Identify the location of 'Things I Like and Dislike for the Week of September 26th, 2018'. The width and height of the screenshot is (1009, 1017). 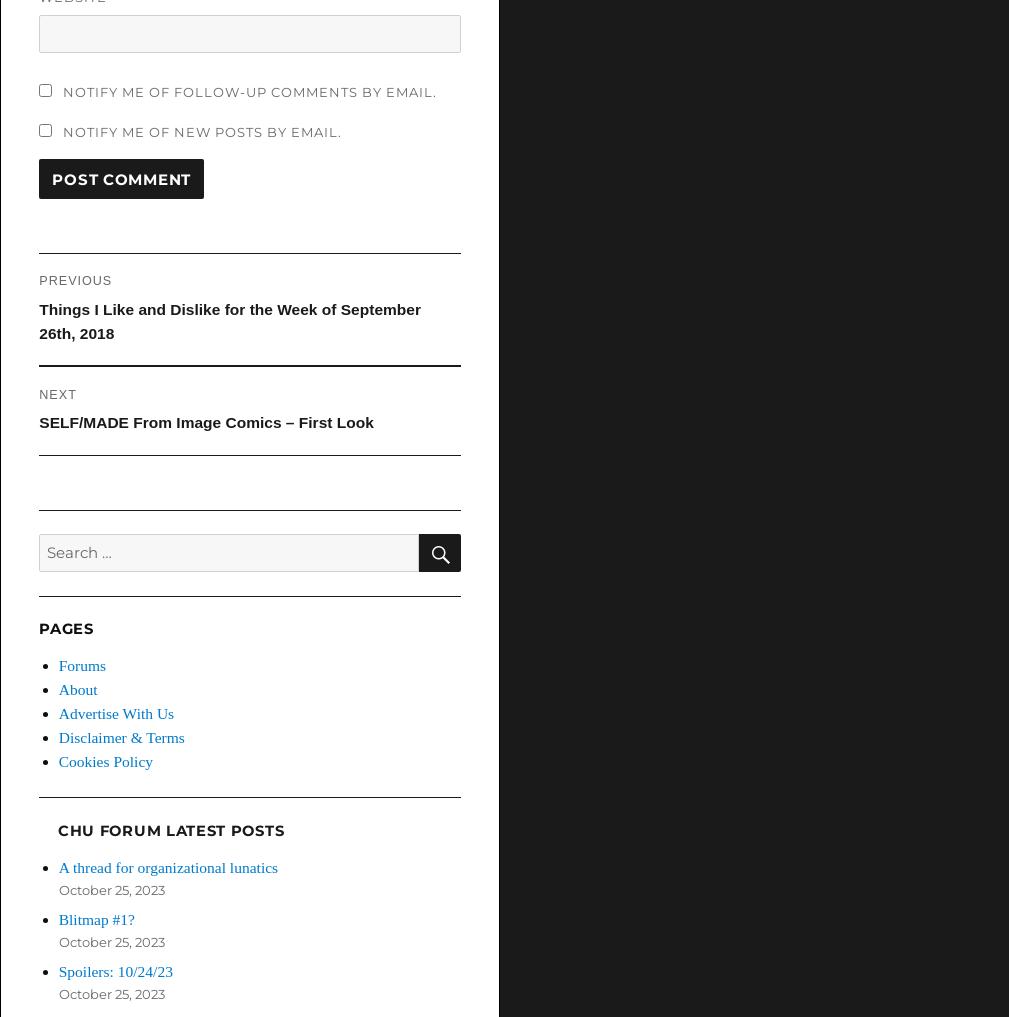
(228, 320).